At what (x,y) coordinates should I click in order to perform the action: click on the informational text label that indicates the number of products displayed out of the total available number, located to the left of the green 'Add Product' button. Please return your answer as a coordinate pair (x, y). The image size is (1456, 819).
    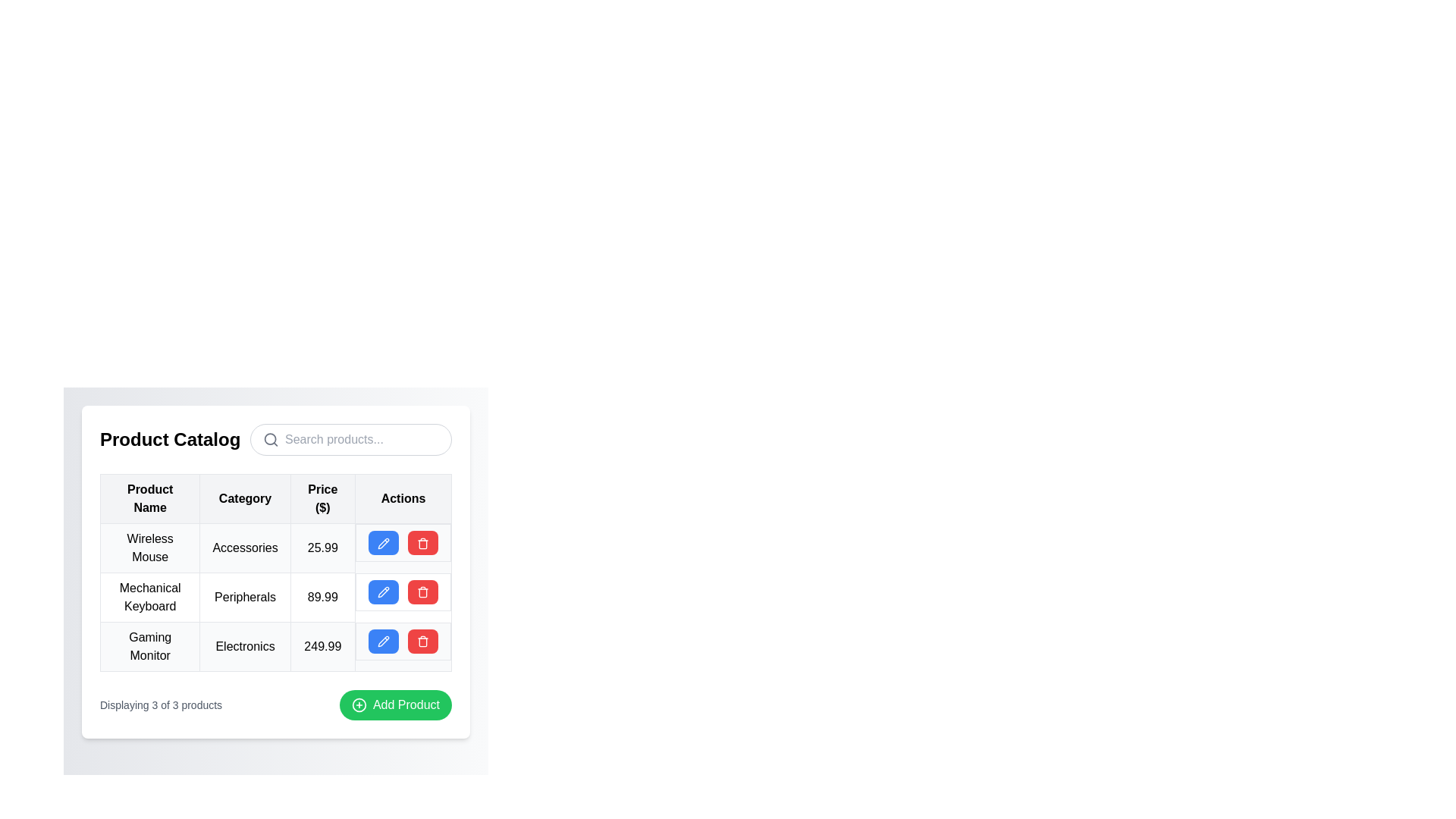
    Looking at the image, I should click on (161, 704).